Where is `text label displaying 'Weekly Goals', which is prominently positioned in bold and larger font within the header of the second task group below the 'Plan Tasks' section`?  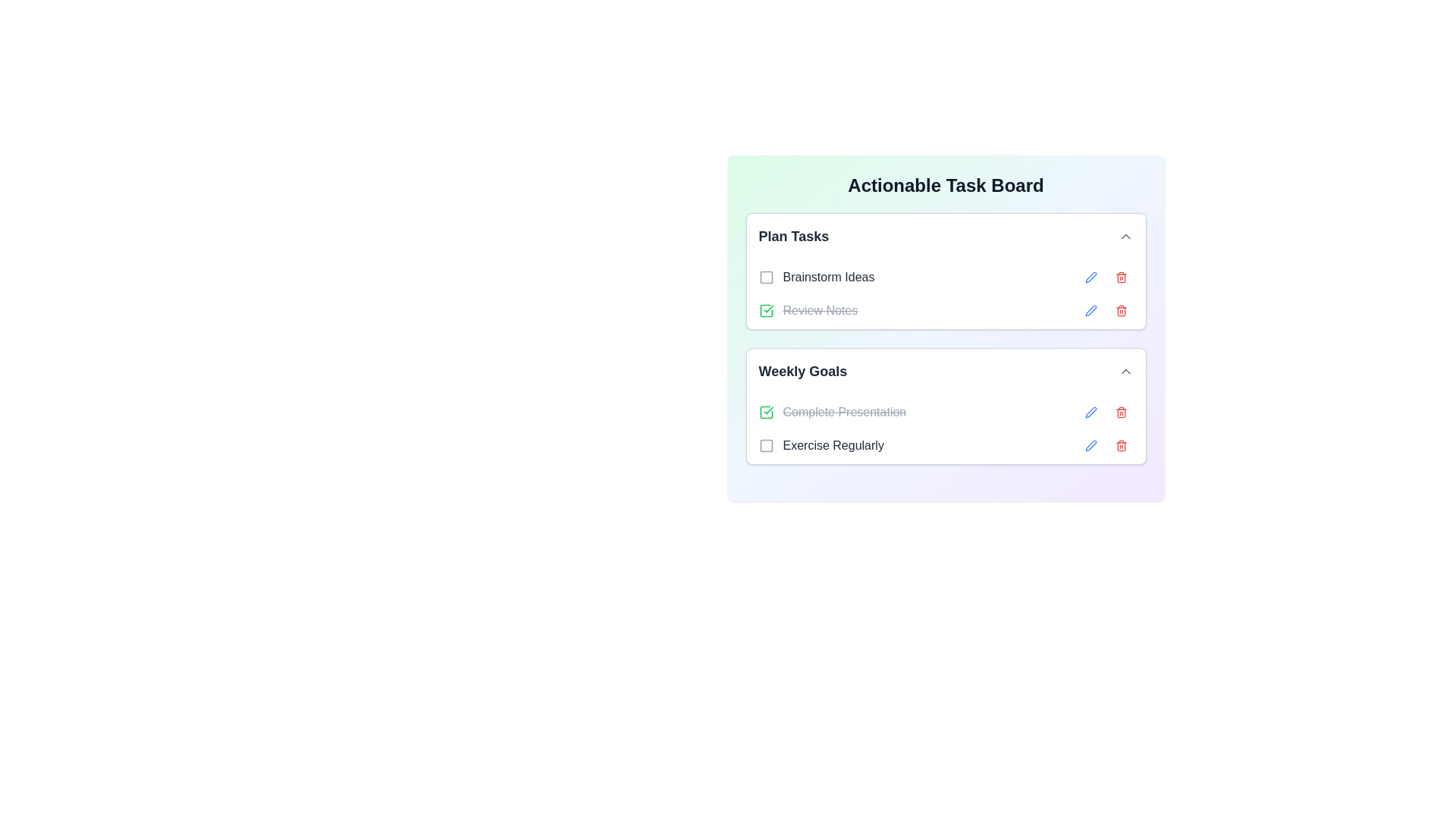
text label displaying 'Weekly Goals', which is prominently positioned in bold and larger font within the header of the second task group below the 'Plan Tasks' section is located at coordinates (802, 371).